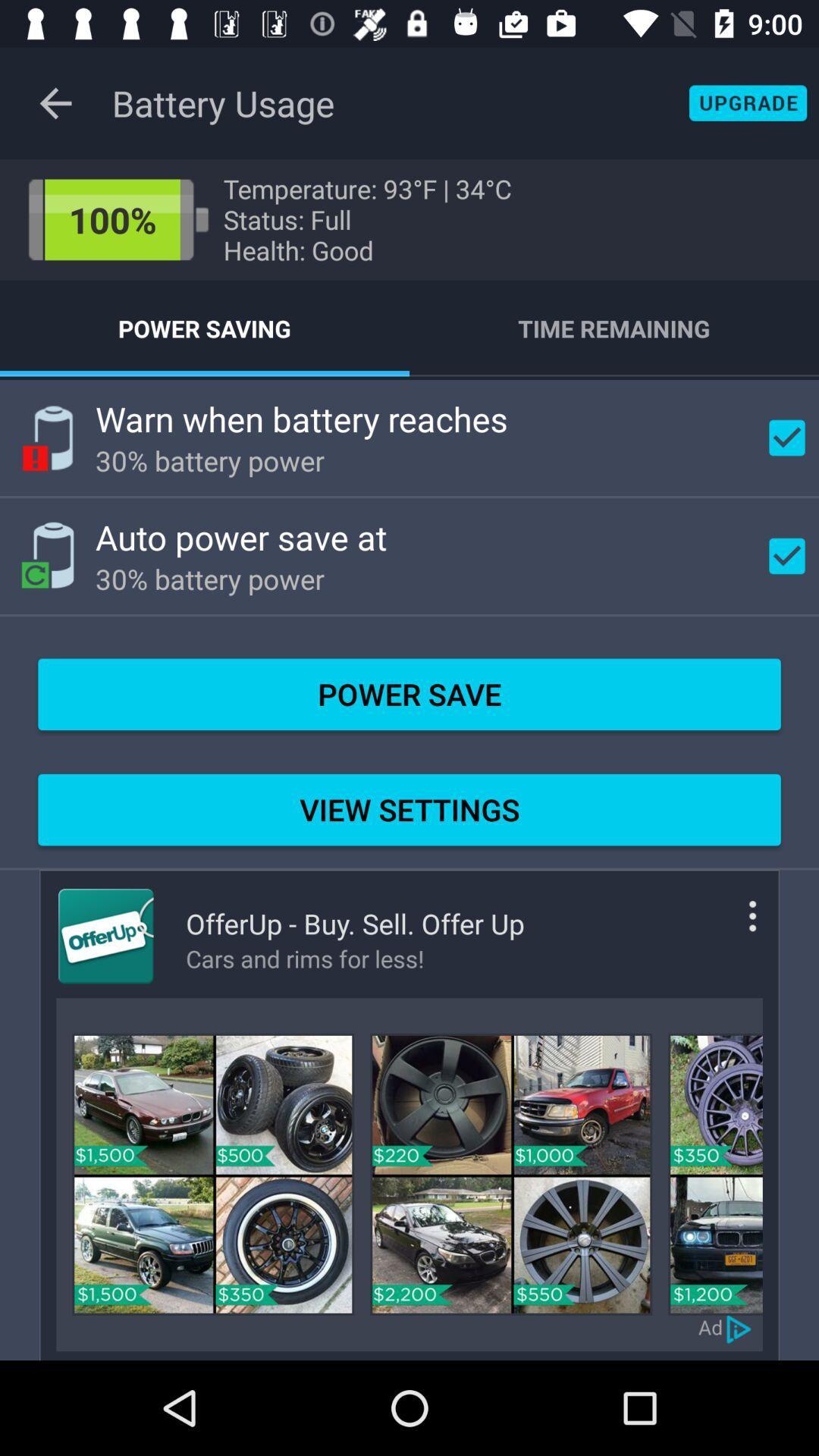  I want to click on warn when battery item, so click(301, 419).